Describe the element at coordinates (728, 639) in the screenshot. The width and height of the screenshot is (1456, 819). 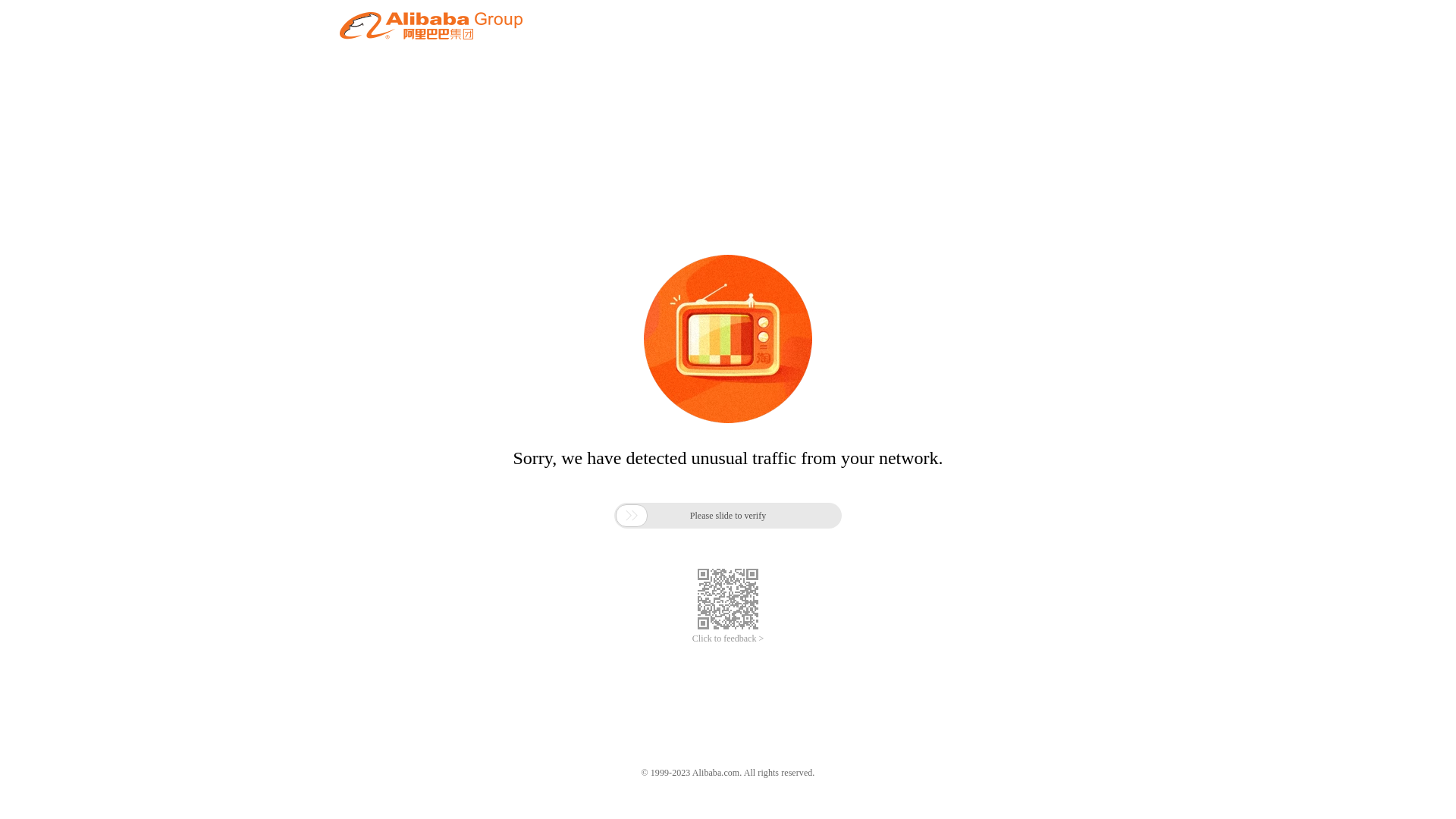
I see `'Click to feedback >'` at that location.